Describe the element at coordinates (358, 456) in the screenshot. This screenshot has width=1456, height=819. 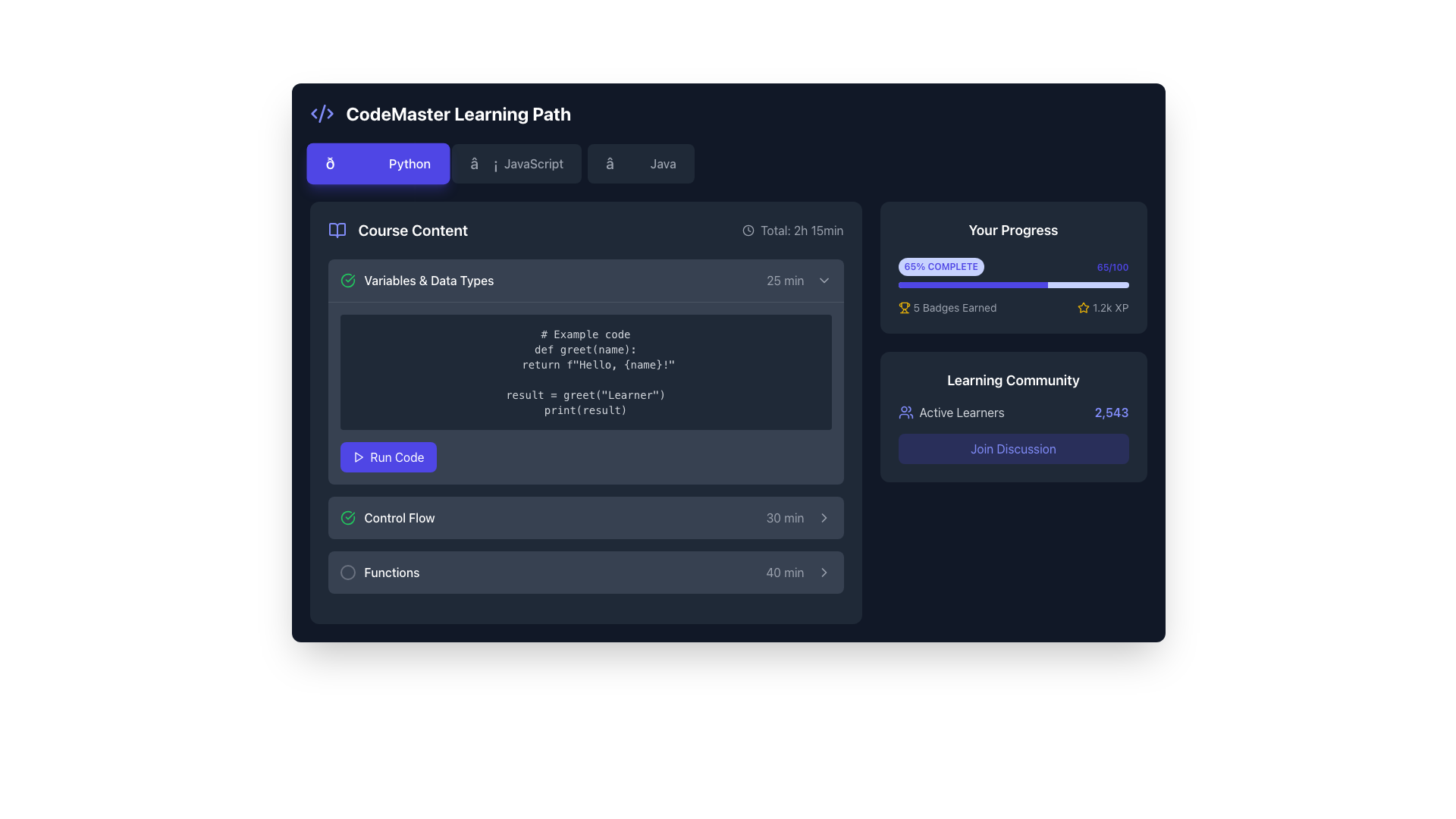
I see `keyboard navigation` at that location.